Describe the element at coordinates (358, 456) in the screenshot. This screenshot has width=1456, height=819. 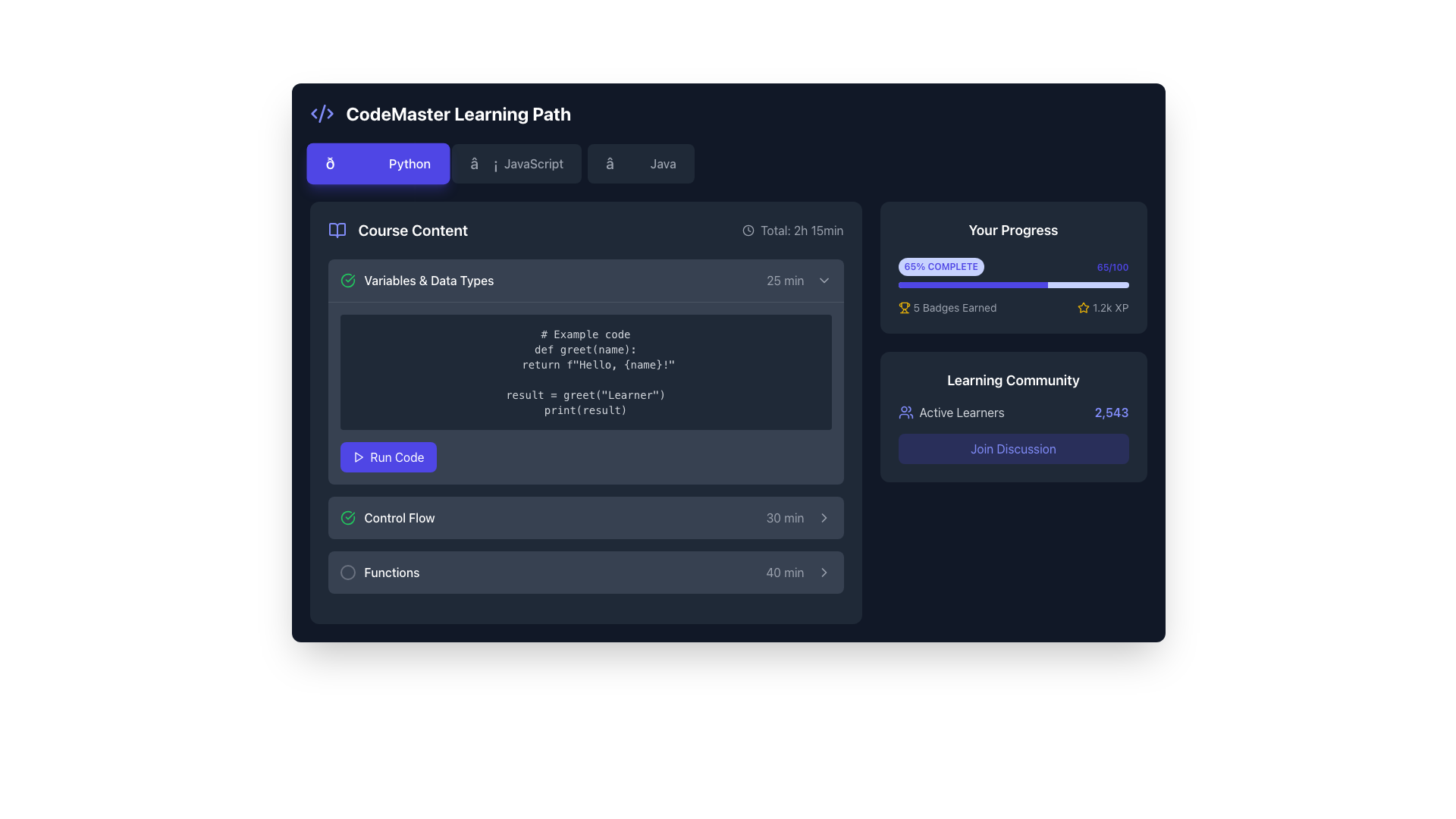
I see `keyboard navigation` at that location.